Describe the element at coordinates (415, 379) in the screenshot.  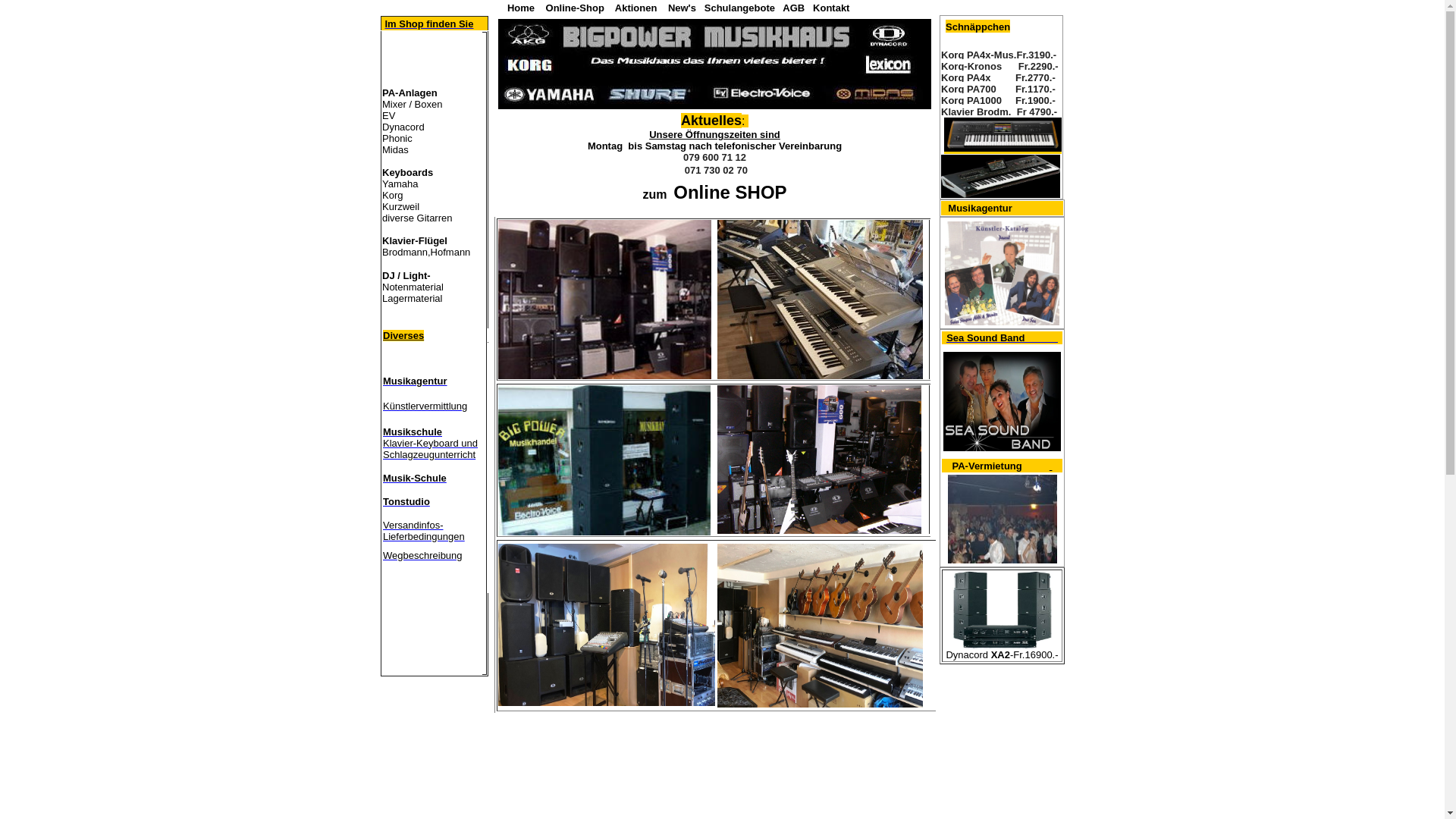
I see `'Musikagentur'` at that location.